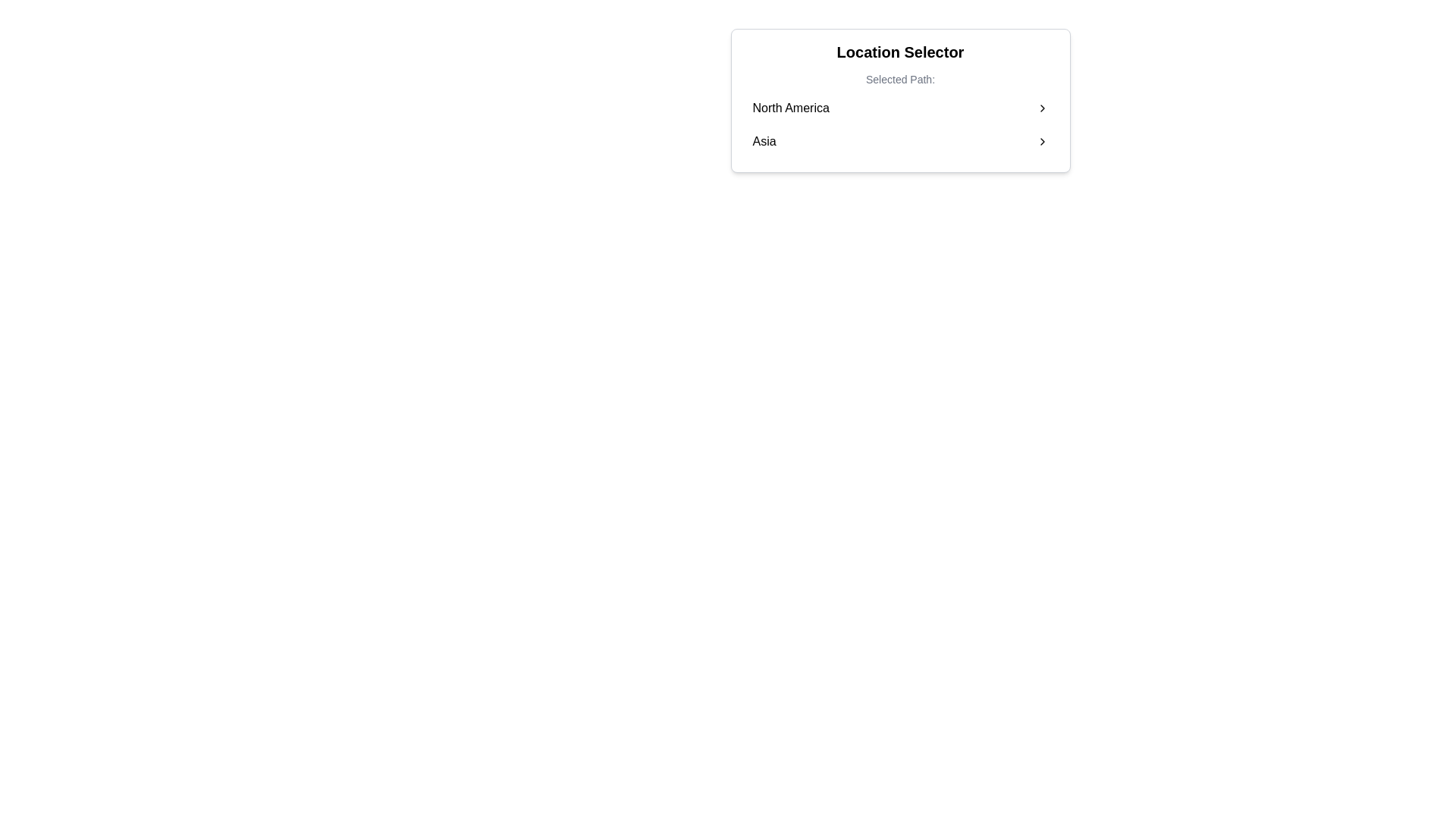  Describe the element at coordinates (1041, 107) in the screenshot. I see `the icon/button positioned to the far right of the 'North America' text row` at that location.